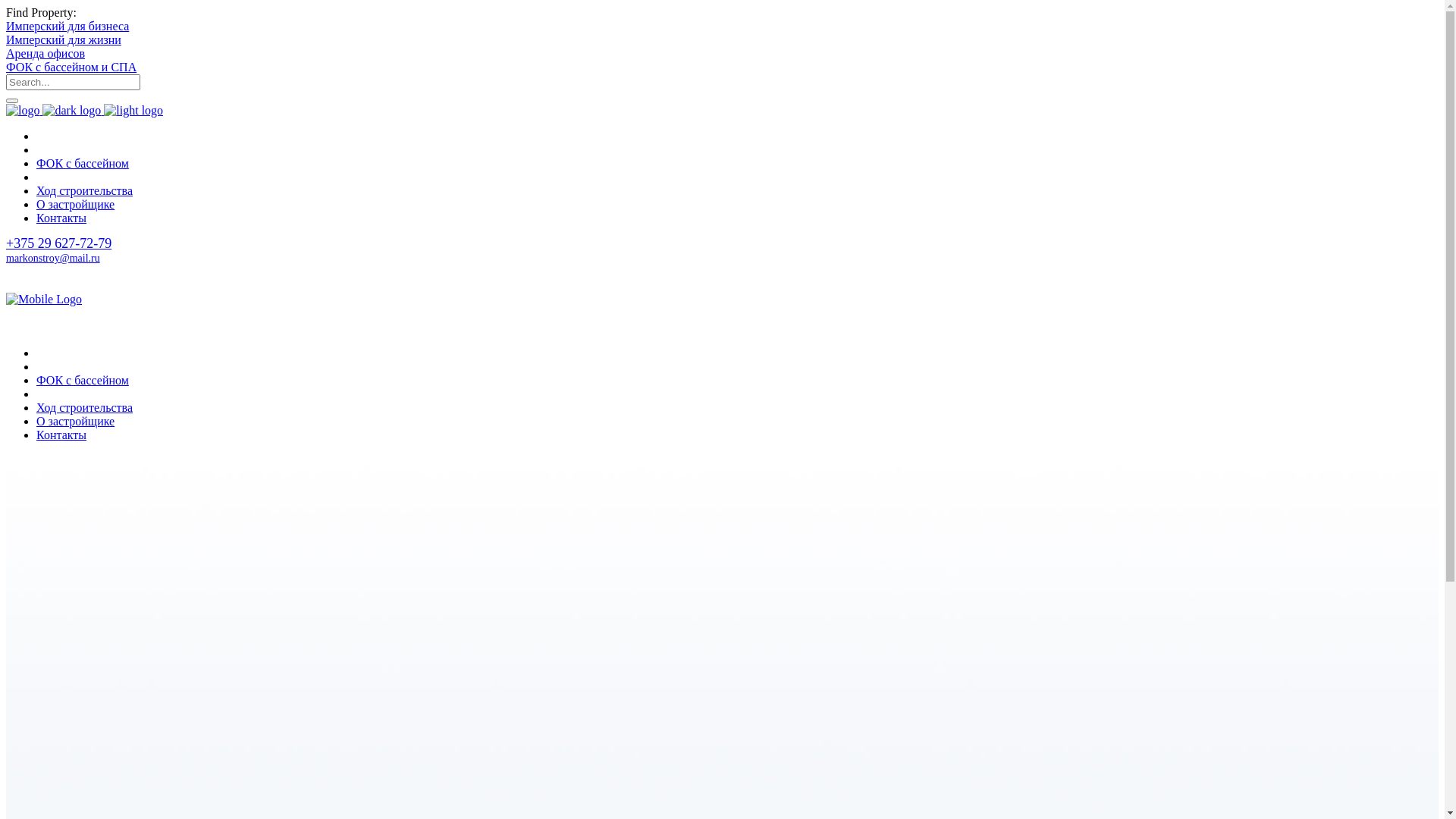  Describe the element at coordinates (6, 242) in the screenshot. I see `'+375 29 627-72-79'` at that location.